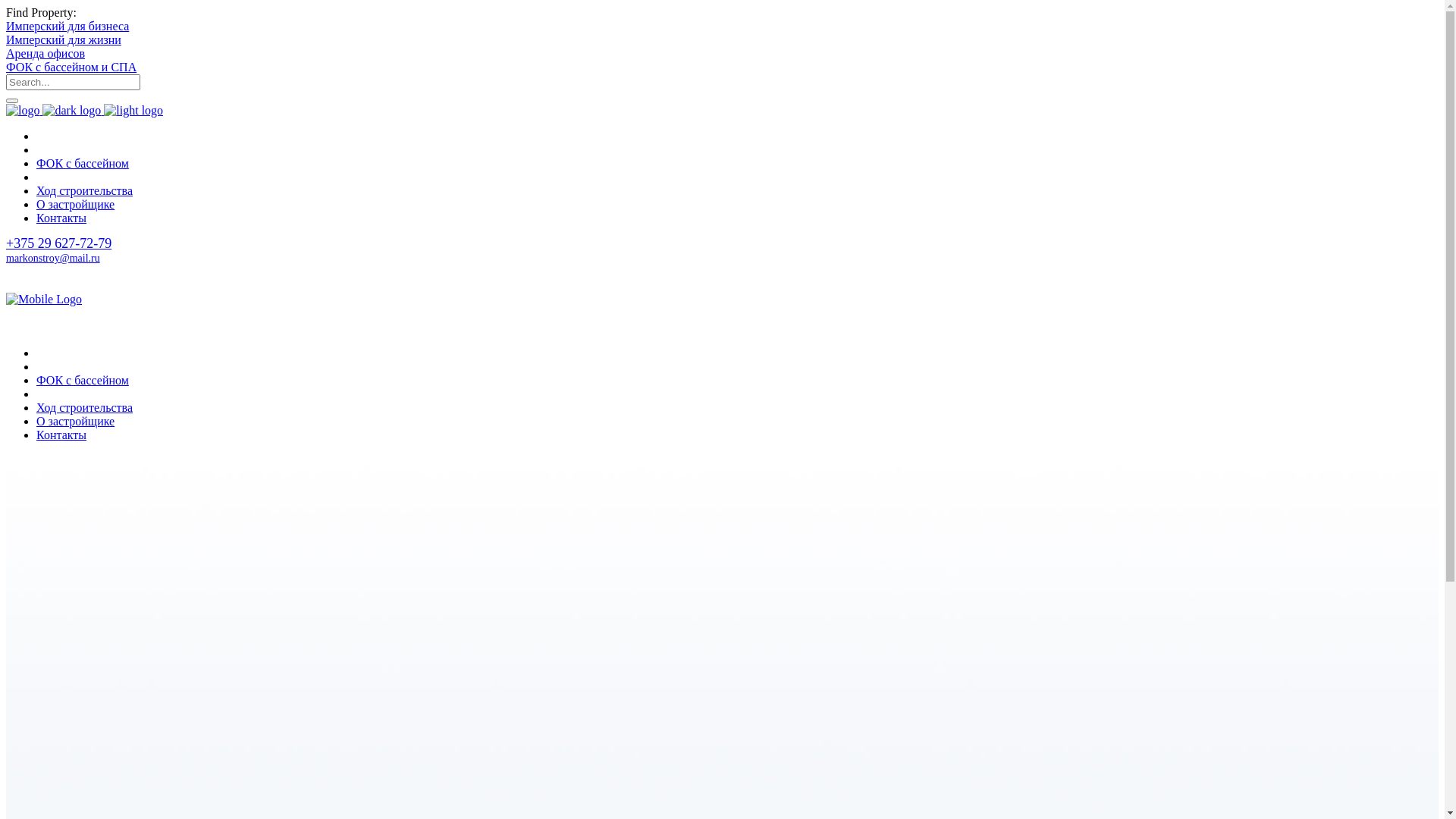  Describe the element at coordinates (6, 242) in the screenshot. I see `'+375 29 627-72-79'` at that location.